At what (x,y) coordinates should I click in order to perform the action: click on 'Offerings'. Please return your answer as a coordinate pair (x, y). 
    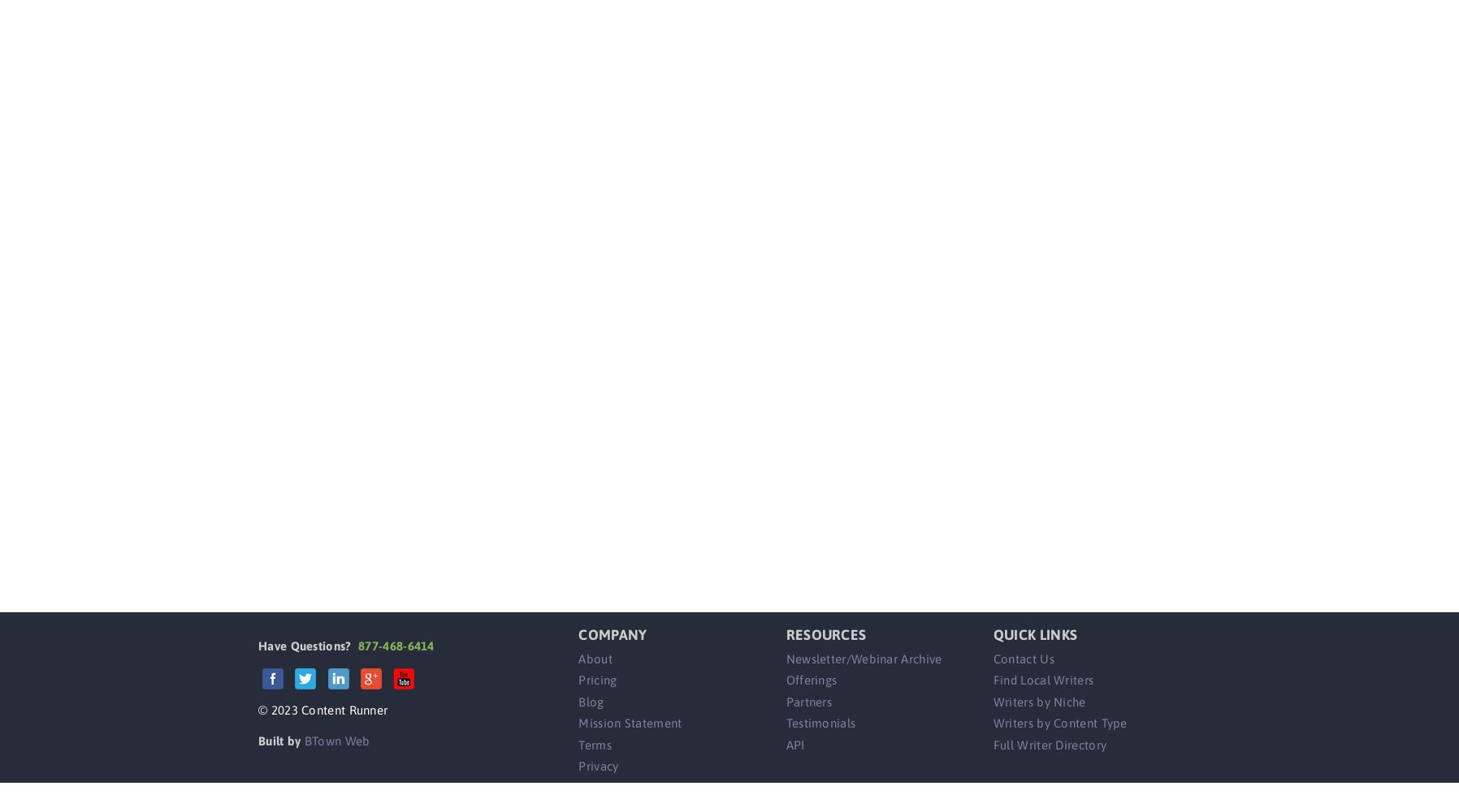
    Looking at the image, I should click on (810, 679).